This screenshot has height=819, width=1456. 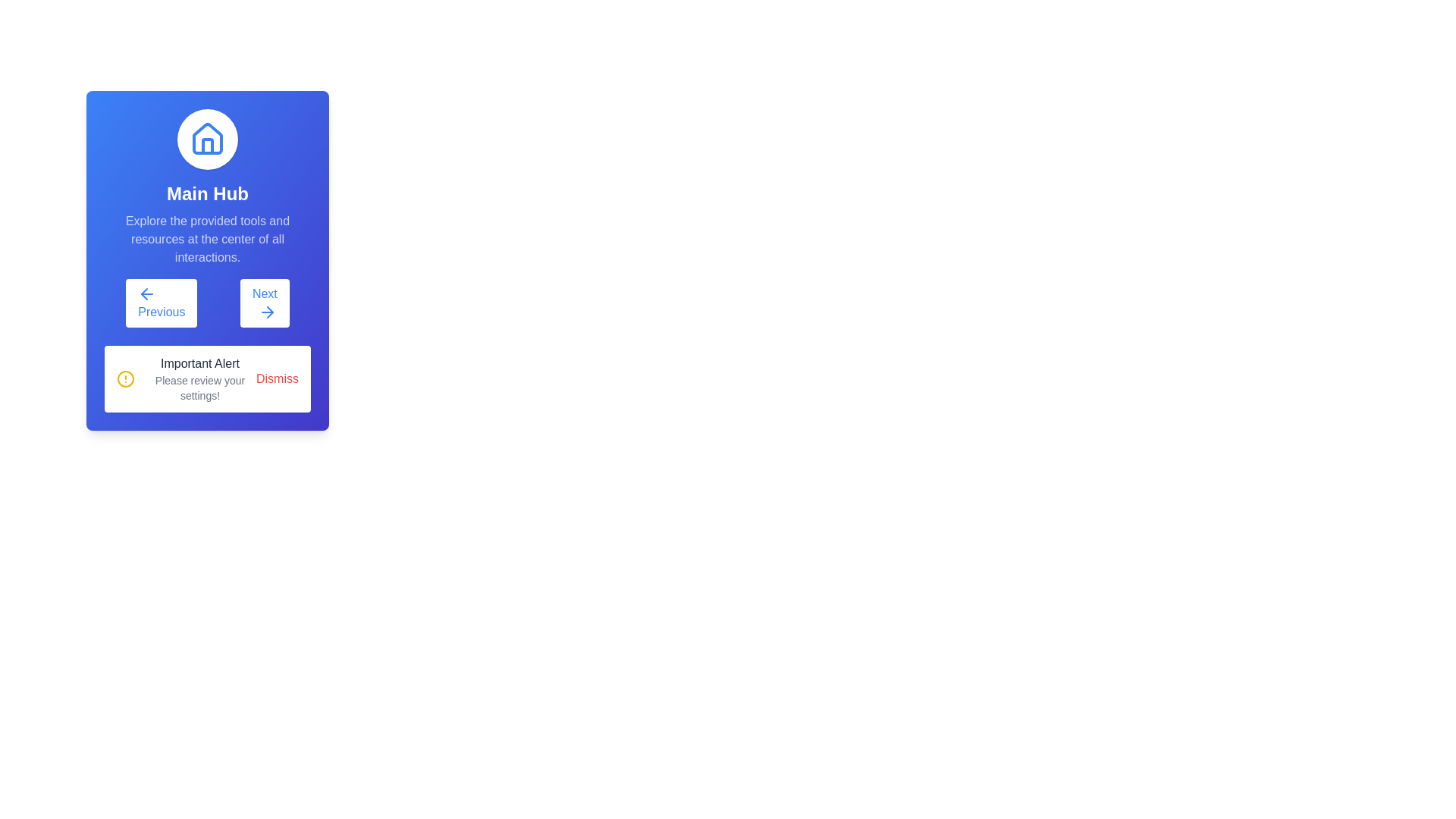 I want to click on the blue arrow icon pointing to the right, located within the 'Next' button, so click(x=267, y=312).